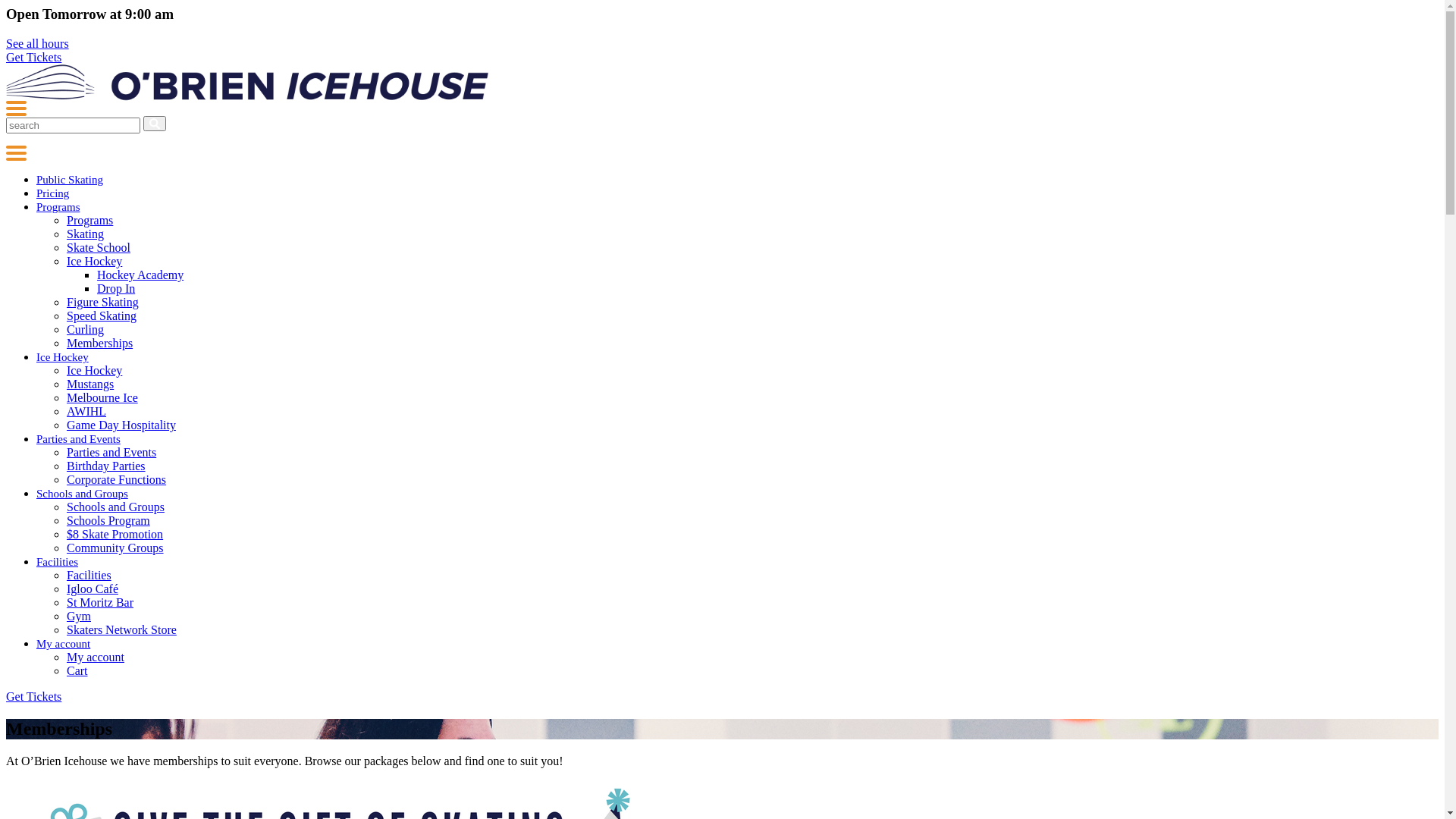 The width and height of the screenshot is (1456, 819). I want to click on 'Schools and Groups', so click(81, 494).